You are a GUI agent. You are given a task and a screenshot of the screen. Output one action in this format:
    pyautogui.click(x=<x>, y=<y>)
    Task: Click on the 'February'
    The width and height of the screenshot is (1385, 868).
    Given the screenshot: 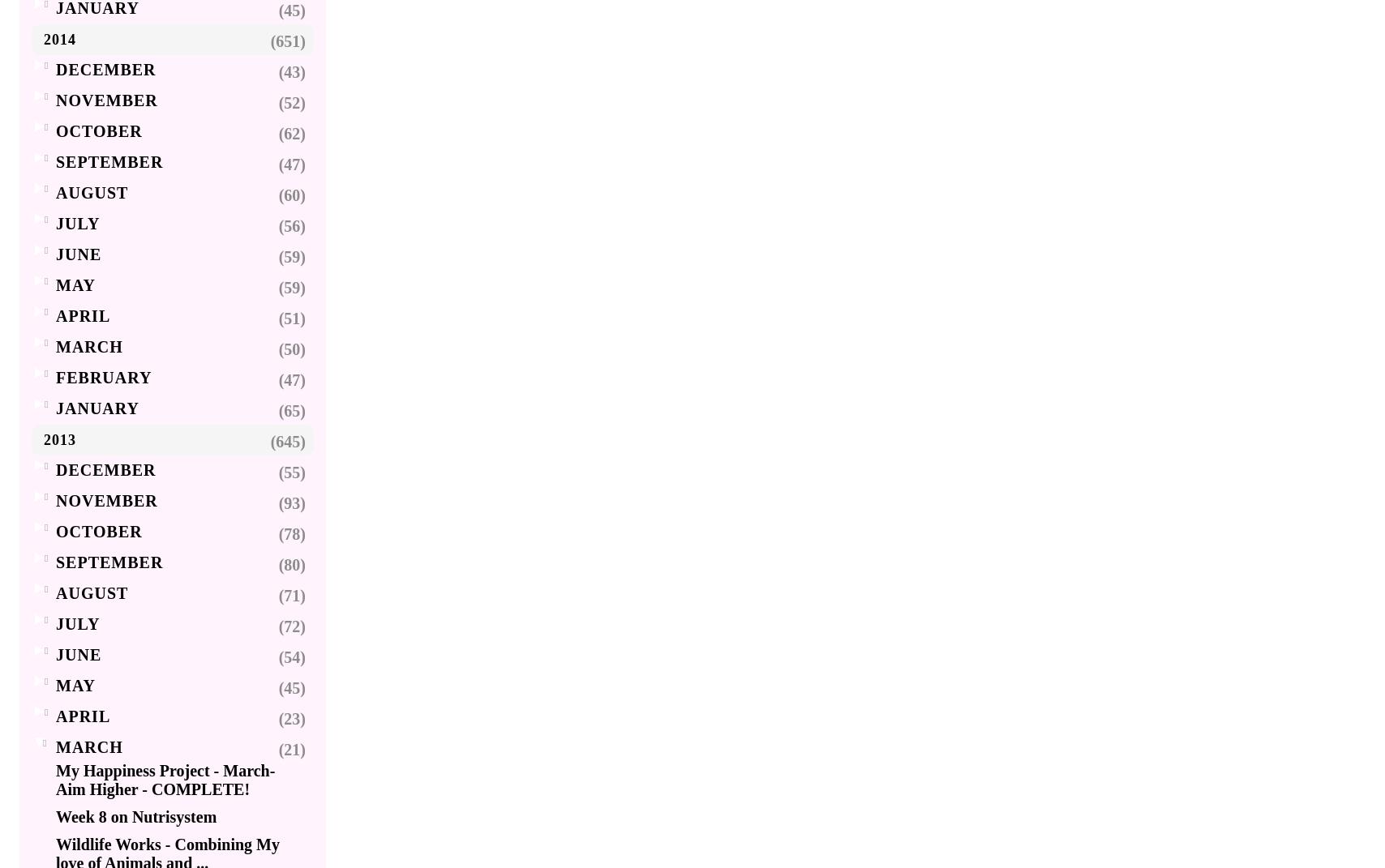 What is the action you would take?
    pyautogui.click(x=103, y=376)
    